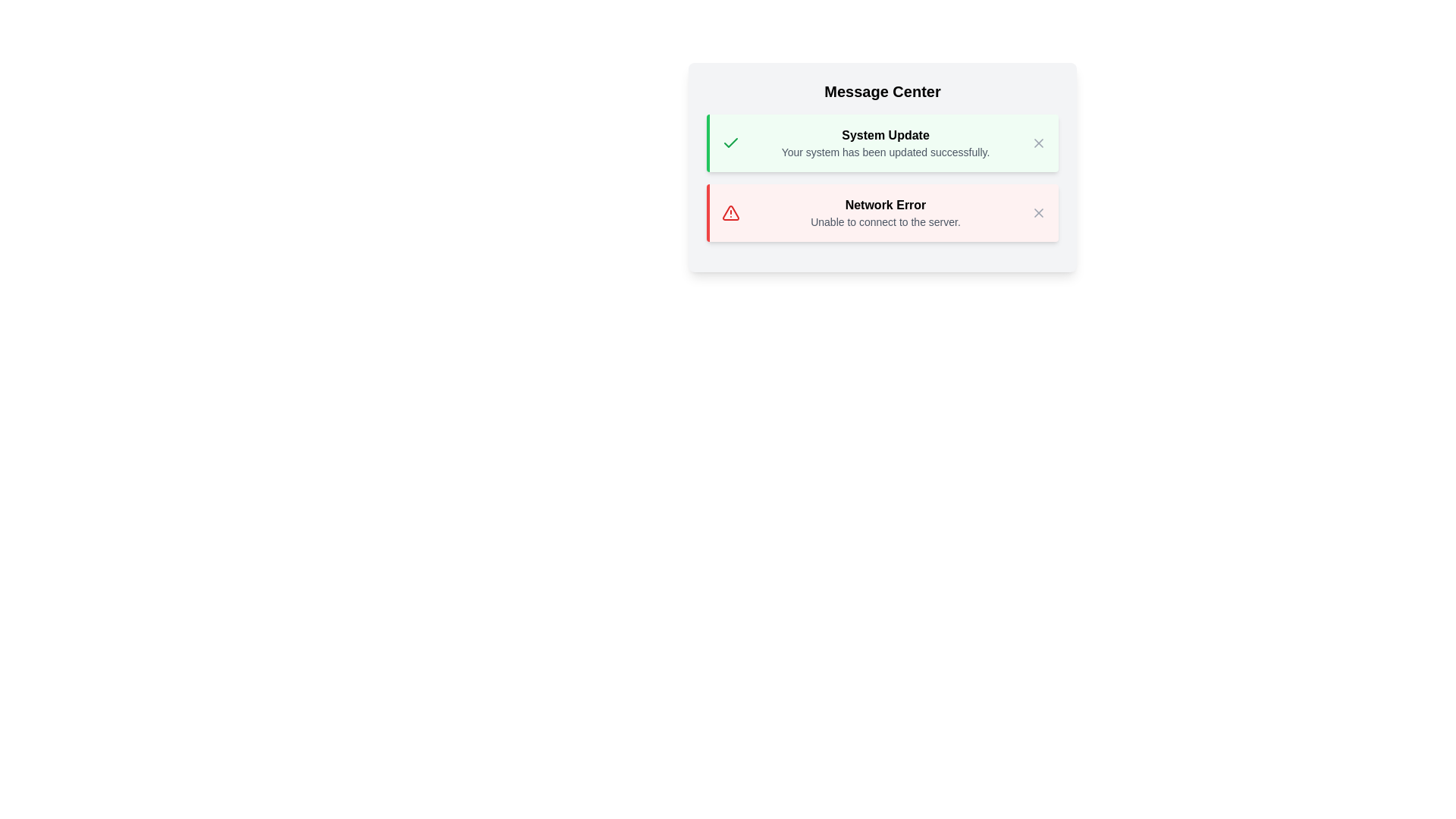  Describe the element at coordinates (885, 143) in the screenshot. I see `the text block titled 'System Update' that contains the description 'Your system has been updated successfully.'` at that location.